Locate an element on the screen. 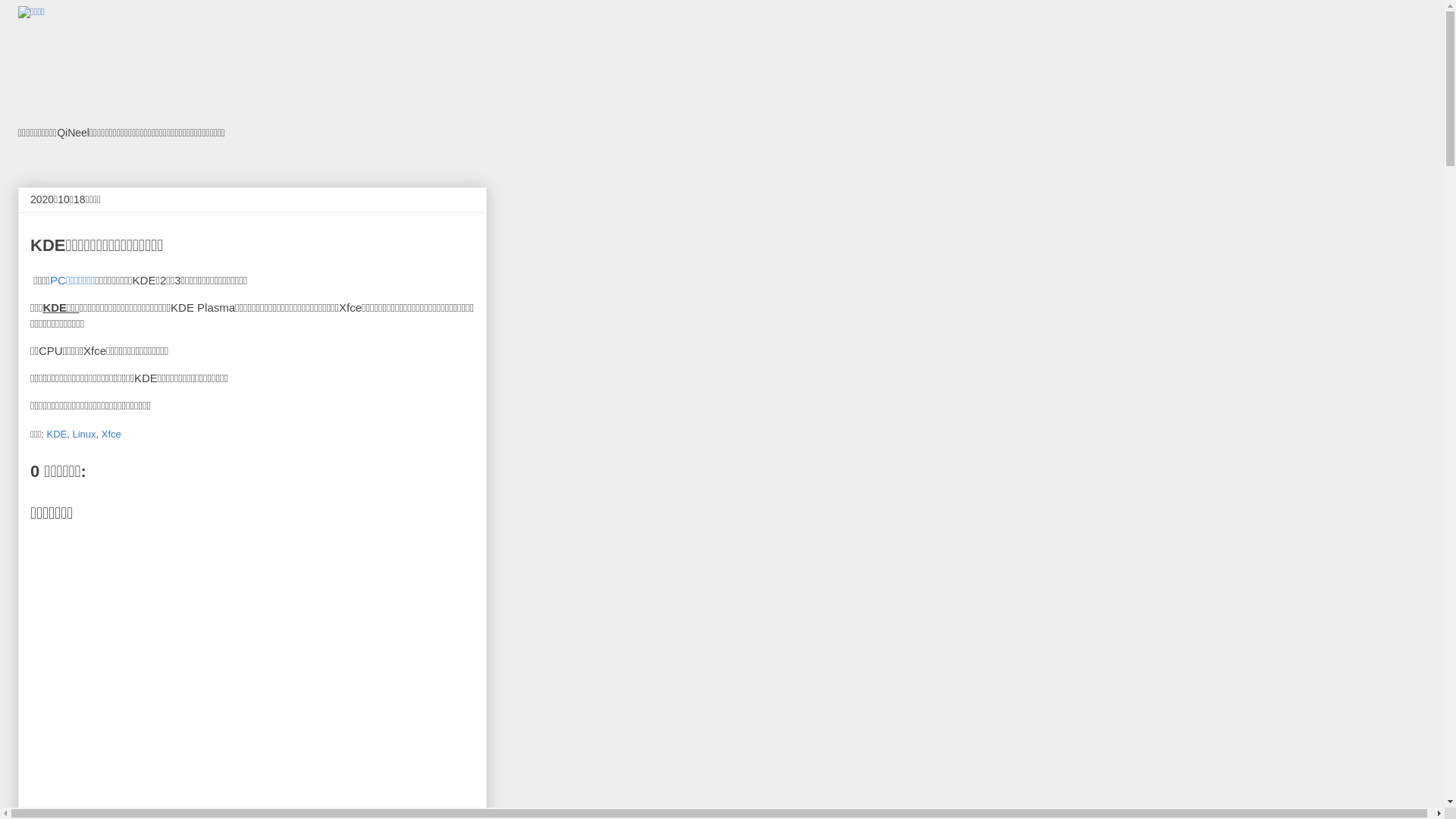 The width and height of the screenshot is (1456, 819). 'Linux' is located at coordinates (83, 433).